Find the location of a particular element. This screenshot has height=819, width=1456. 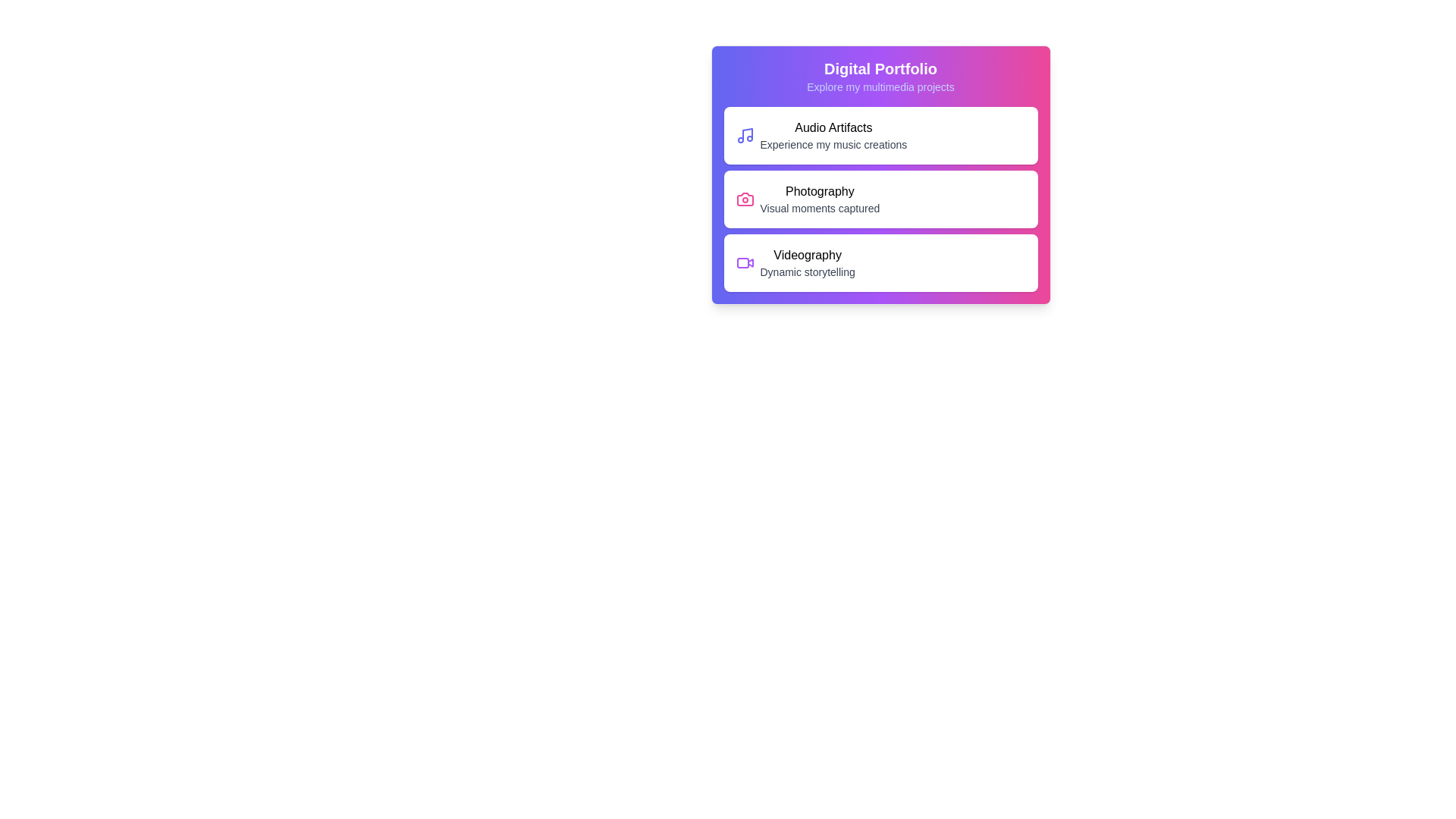

the Compound text element titled 'Audio Artifacts' which contains the description 'Experience my music creations' is located at coordinates (833, 134).